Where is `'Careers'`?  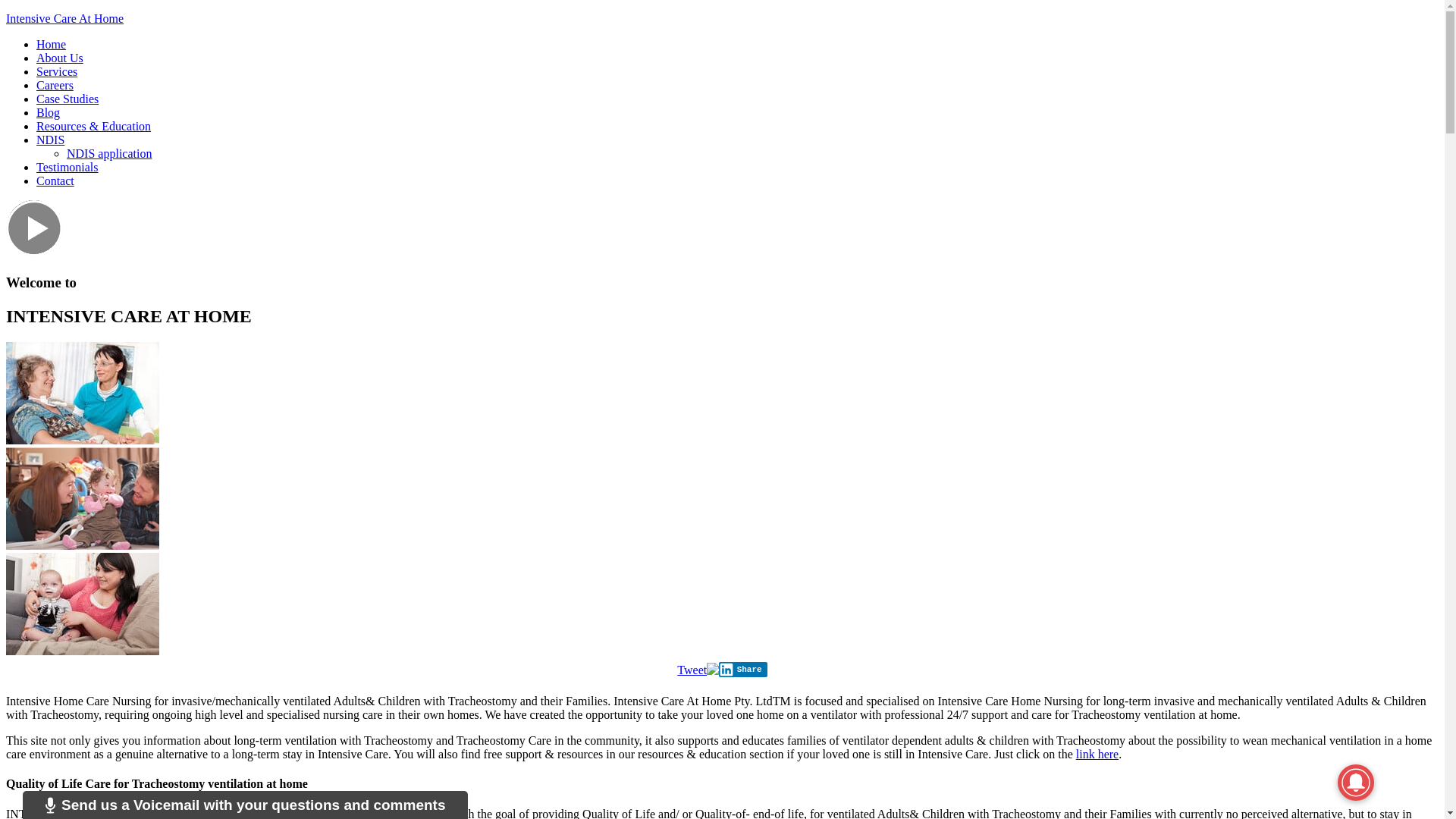
'Careers' is located at coordinates (36, 85).